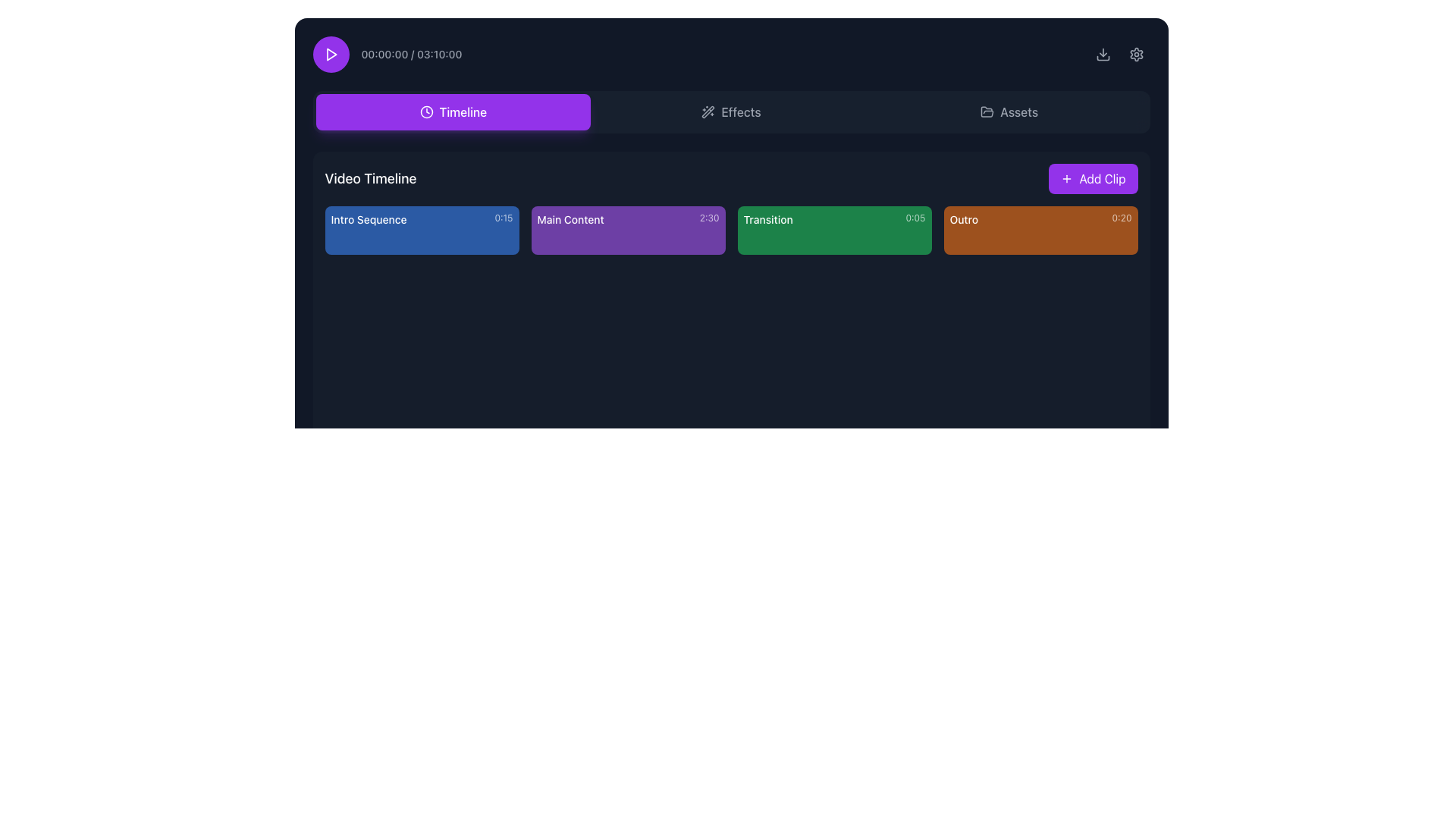  Describe the element at coordinates (731, 231) in the screenshot. I see `the Segment indicator within the timeline, which has a green background and displays the text 'Transition' with a duration of '0:05'. This element is the third segment in the sequence of the 'Video Timeline'` at that location.